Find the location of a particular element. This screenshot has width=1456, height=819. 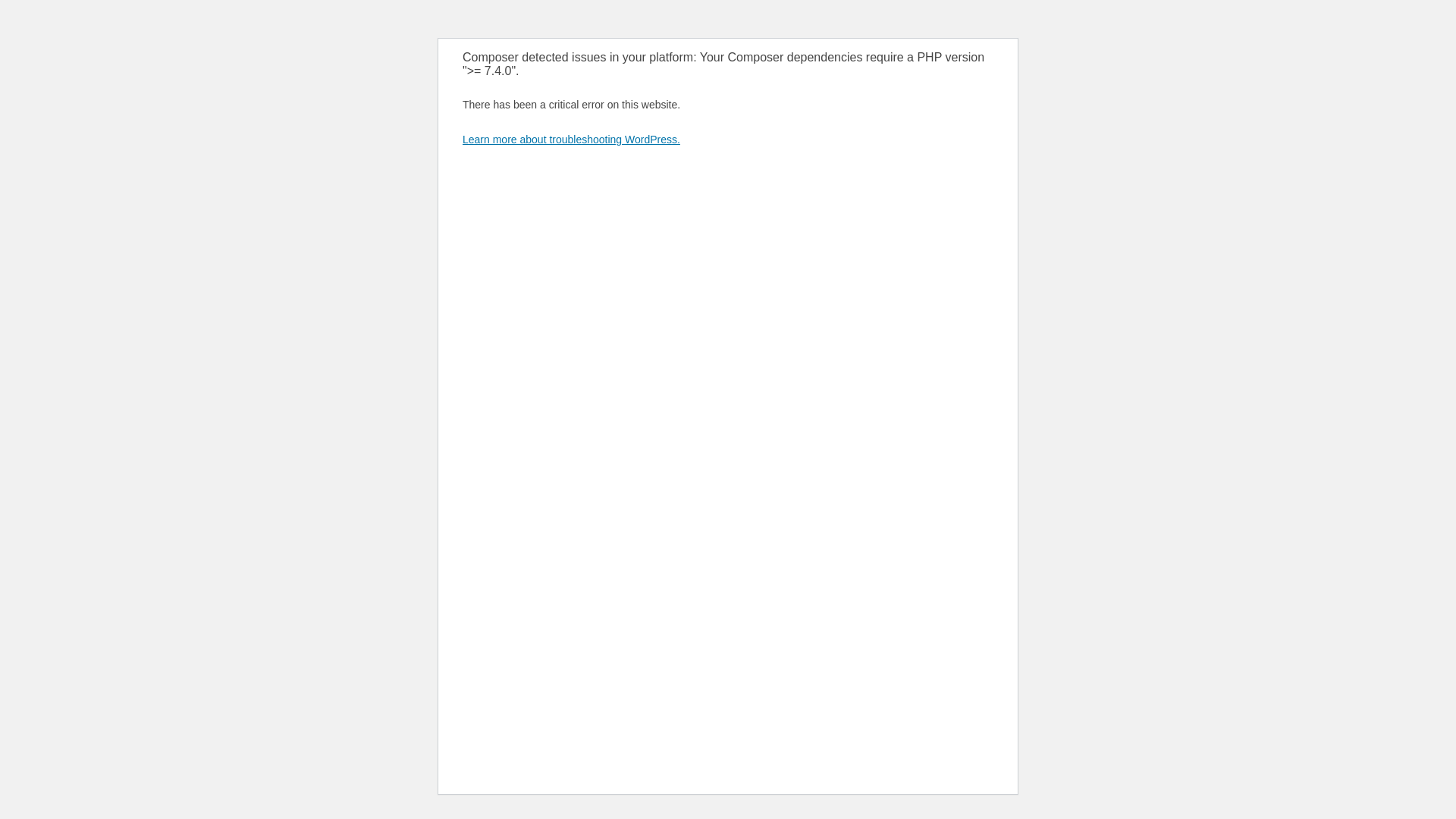

'Learn more about troubleshooting WordPress.' is located at coordinates (570, 140).